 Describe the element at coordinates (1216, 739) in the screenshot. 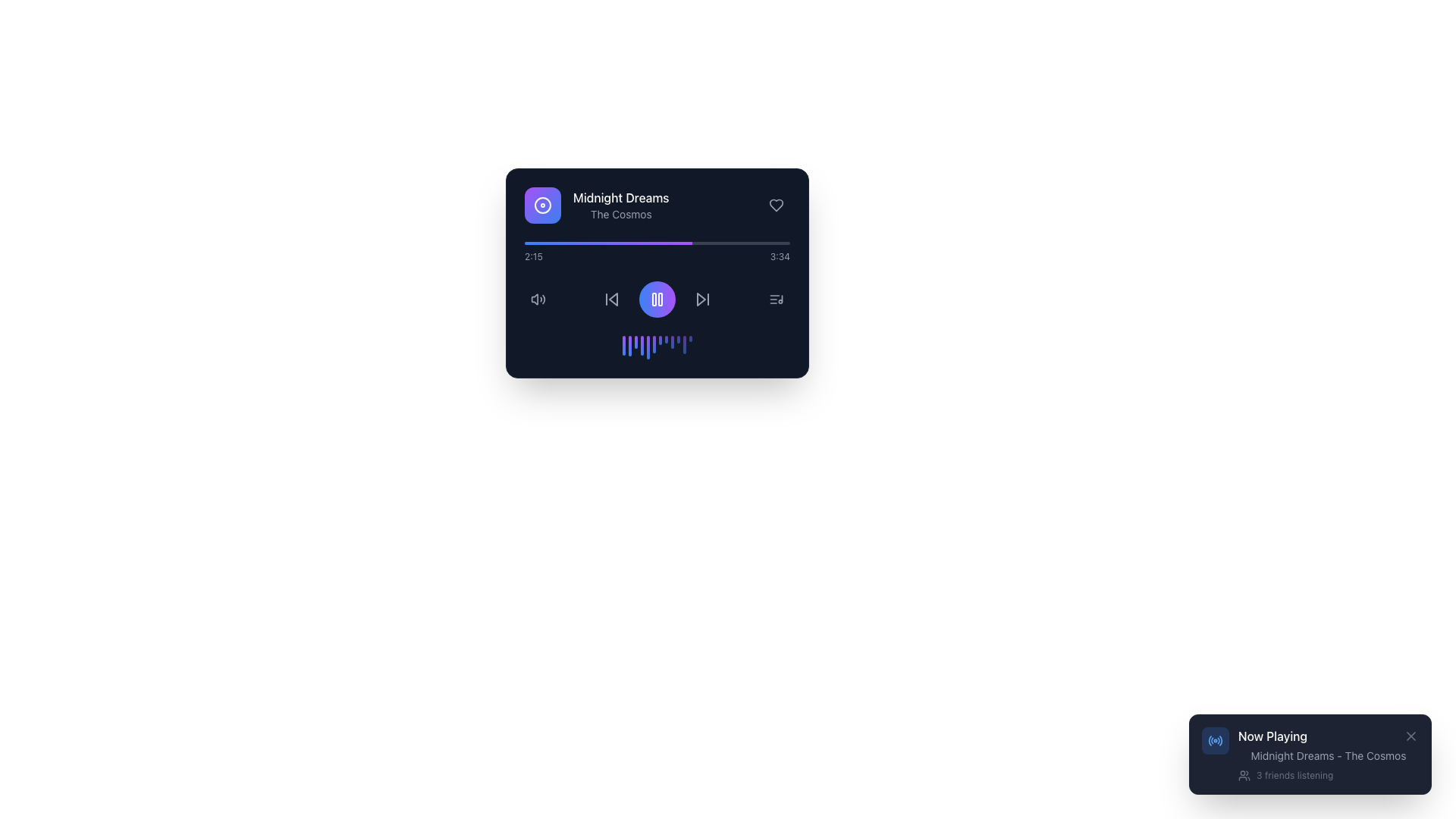

I see `the status icon representing the 'Now Playing' feature located in the lower-right corner of the interface, to the left of the 'Now Playing' text` at that location.